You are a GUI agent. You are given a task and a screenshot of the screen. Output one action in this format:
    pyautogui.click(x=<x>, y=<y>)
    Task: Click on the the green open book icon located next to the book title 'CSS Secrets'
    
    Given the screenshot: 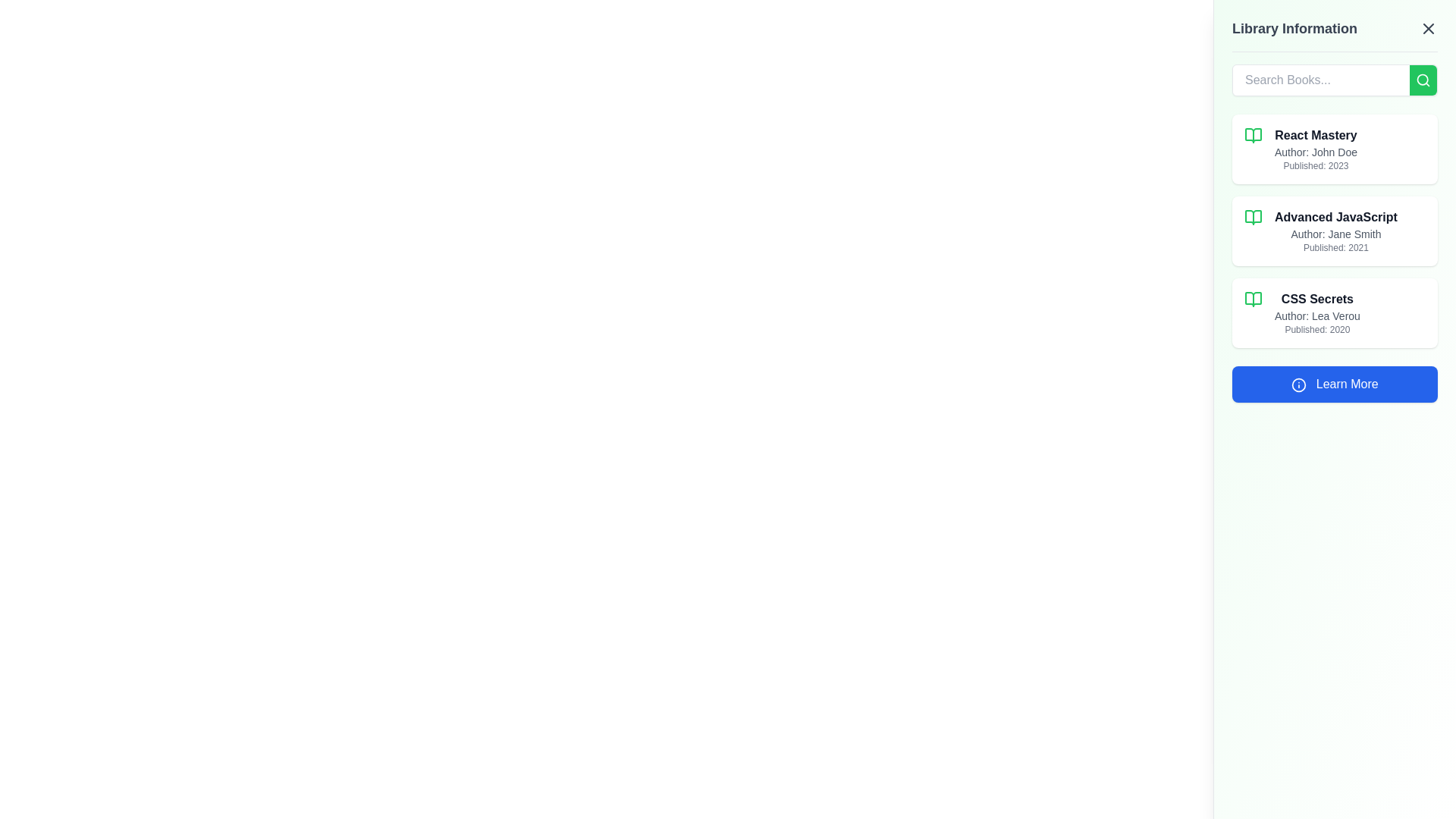 What is the action you would take?
    pyautogui.click(x=1253, y=299)
    